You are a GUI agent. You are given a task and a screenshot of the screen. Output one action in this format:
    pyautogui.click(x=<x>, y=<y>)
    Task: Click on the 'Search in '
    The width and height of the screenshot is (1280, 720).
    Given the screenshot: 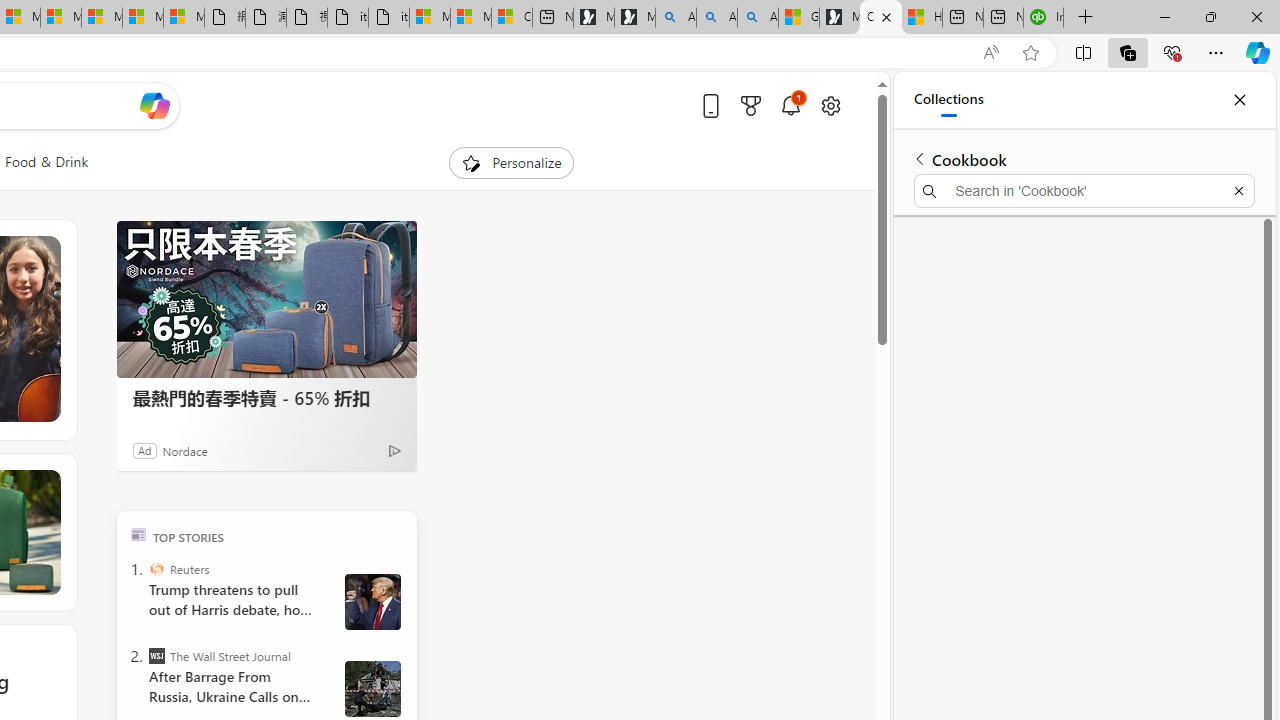 What is the action you would take?
    pyautogui.click(x=1083, y=191)
    